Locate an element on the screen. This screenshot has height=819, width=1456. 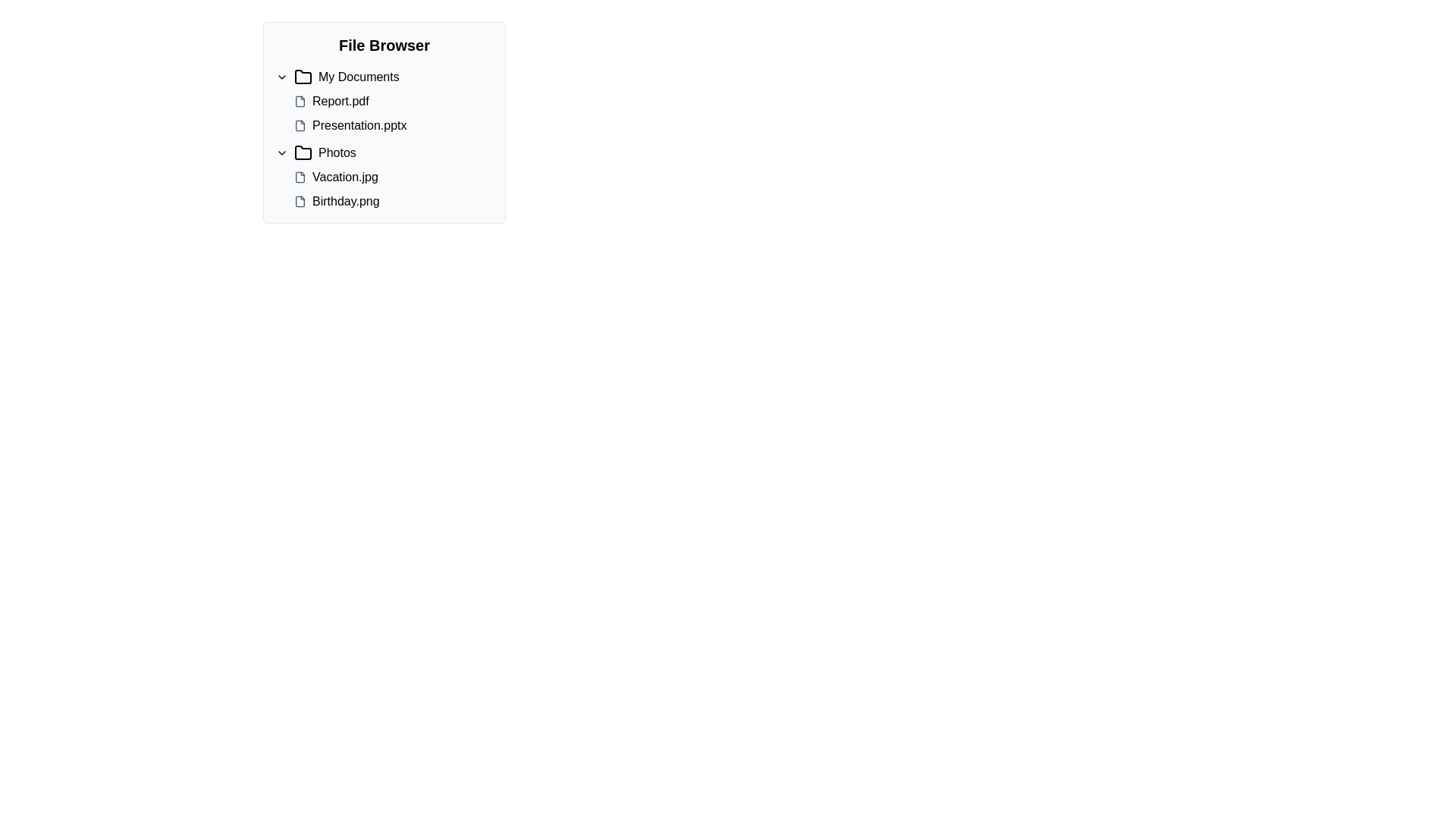
the first Expandable folder item in the 'File Browser' section is located at coordinates (384, 77).